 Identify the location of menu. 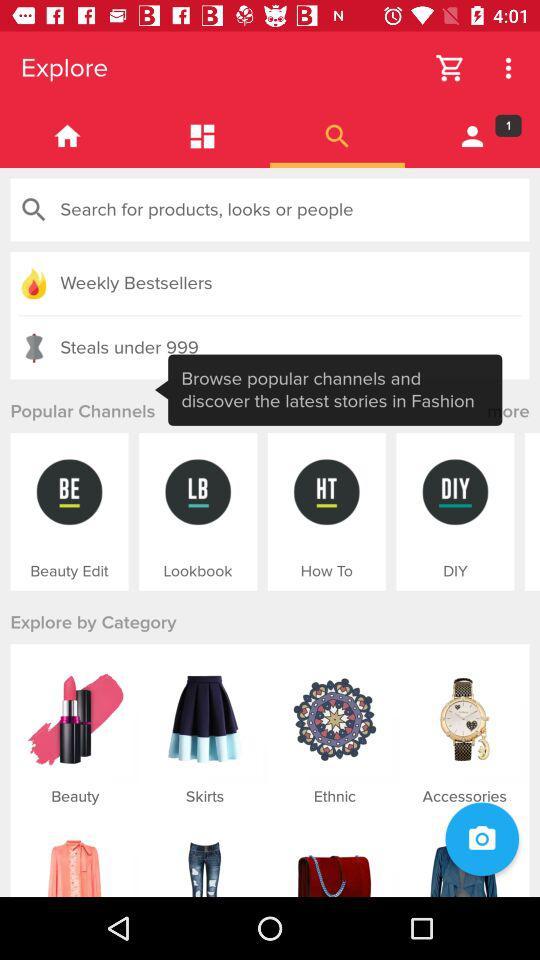
(202, 135).